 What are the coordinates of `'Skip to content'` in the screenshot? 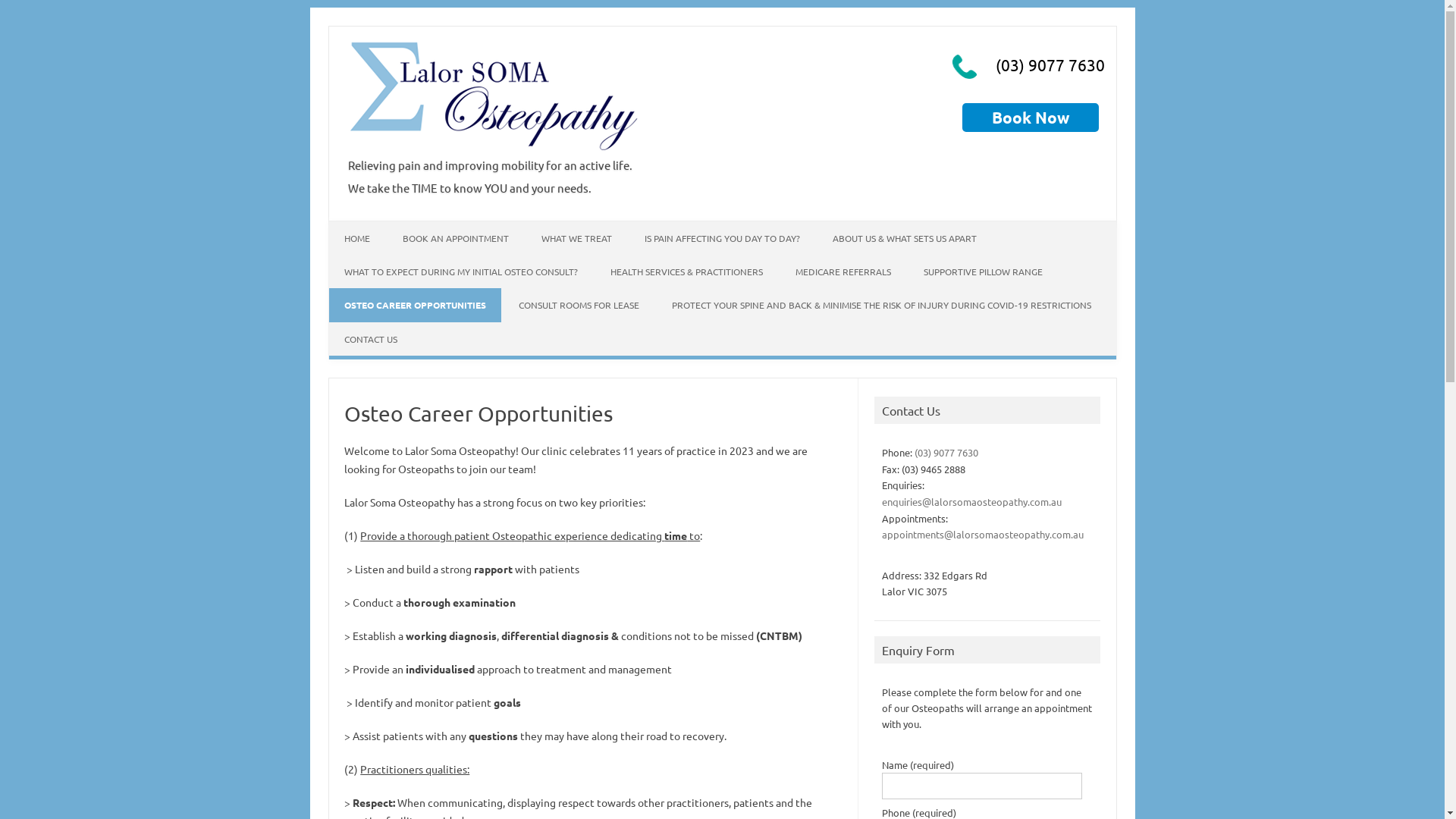 It's located at (366, 225).